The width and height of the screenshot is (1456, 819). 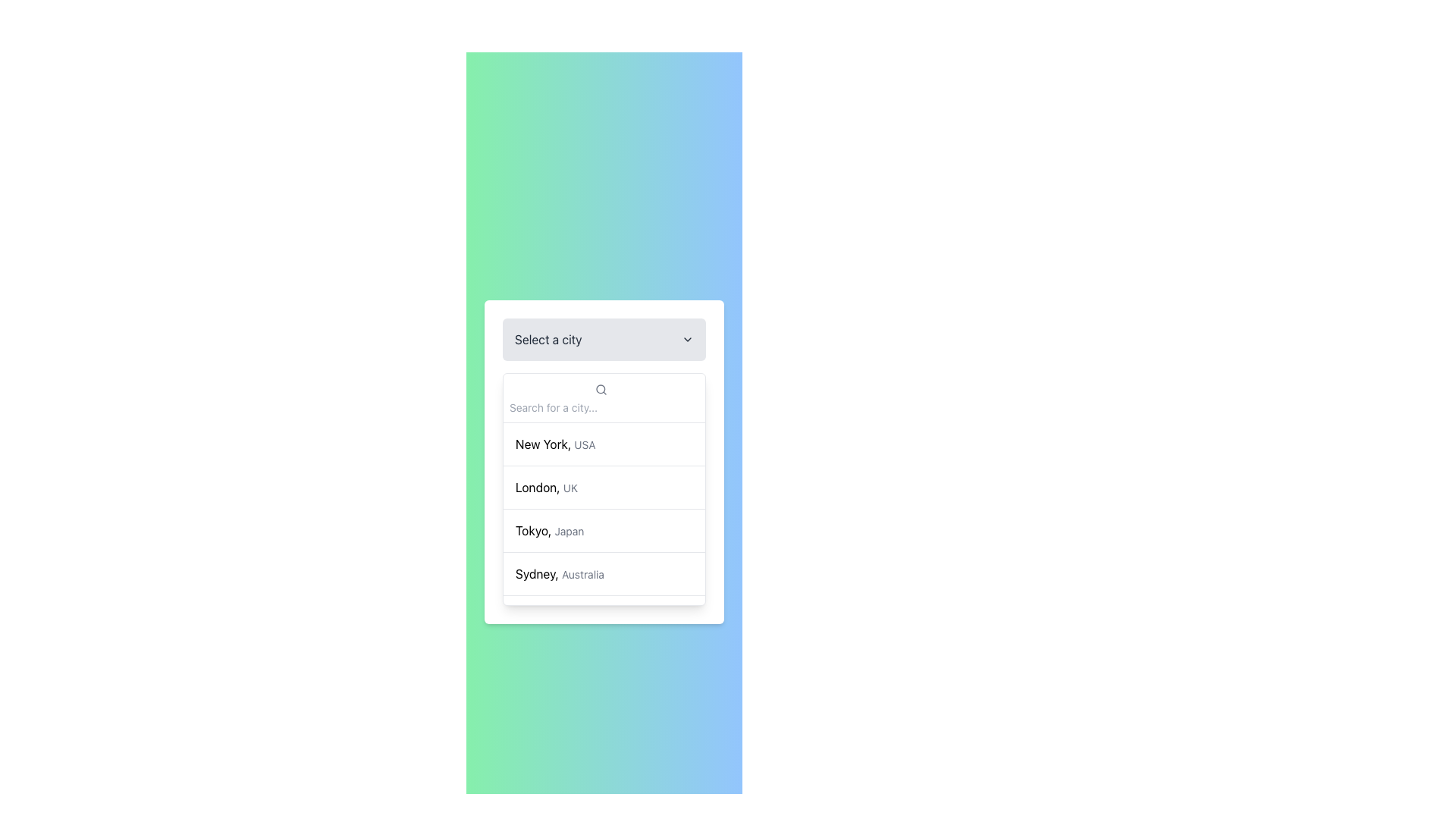 I want to click on the text label for 'Tokyo, Japan' in the city selection dropdown list, so click(x=549, y=529).